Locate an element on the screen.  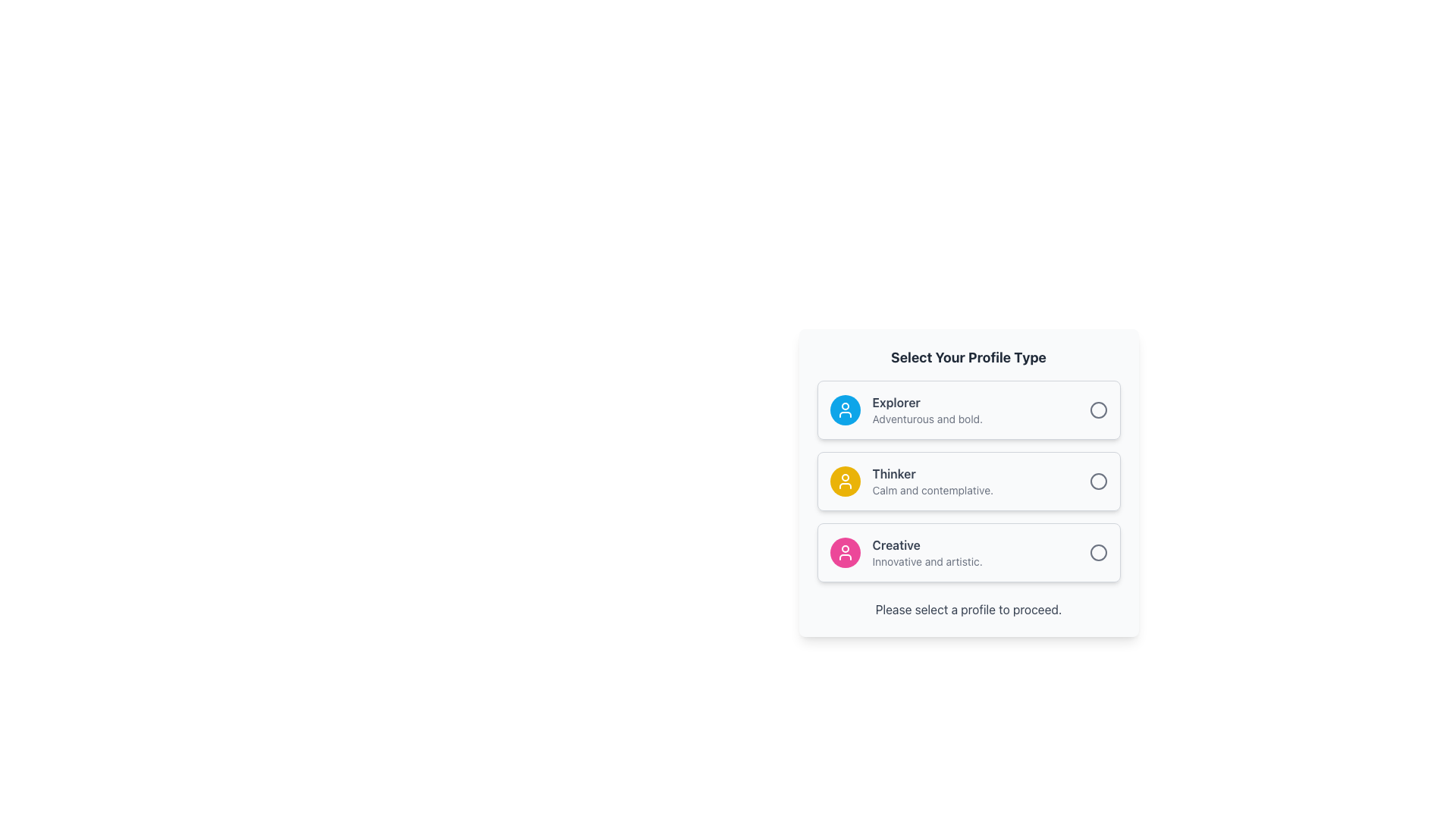
the second selectable list item labeled 'Thinker' under the heading 'Select Your Profile Type' is located at coordinates (968, 482).